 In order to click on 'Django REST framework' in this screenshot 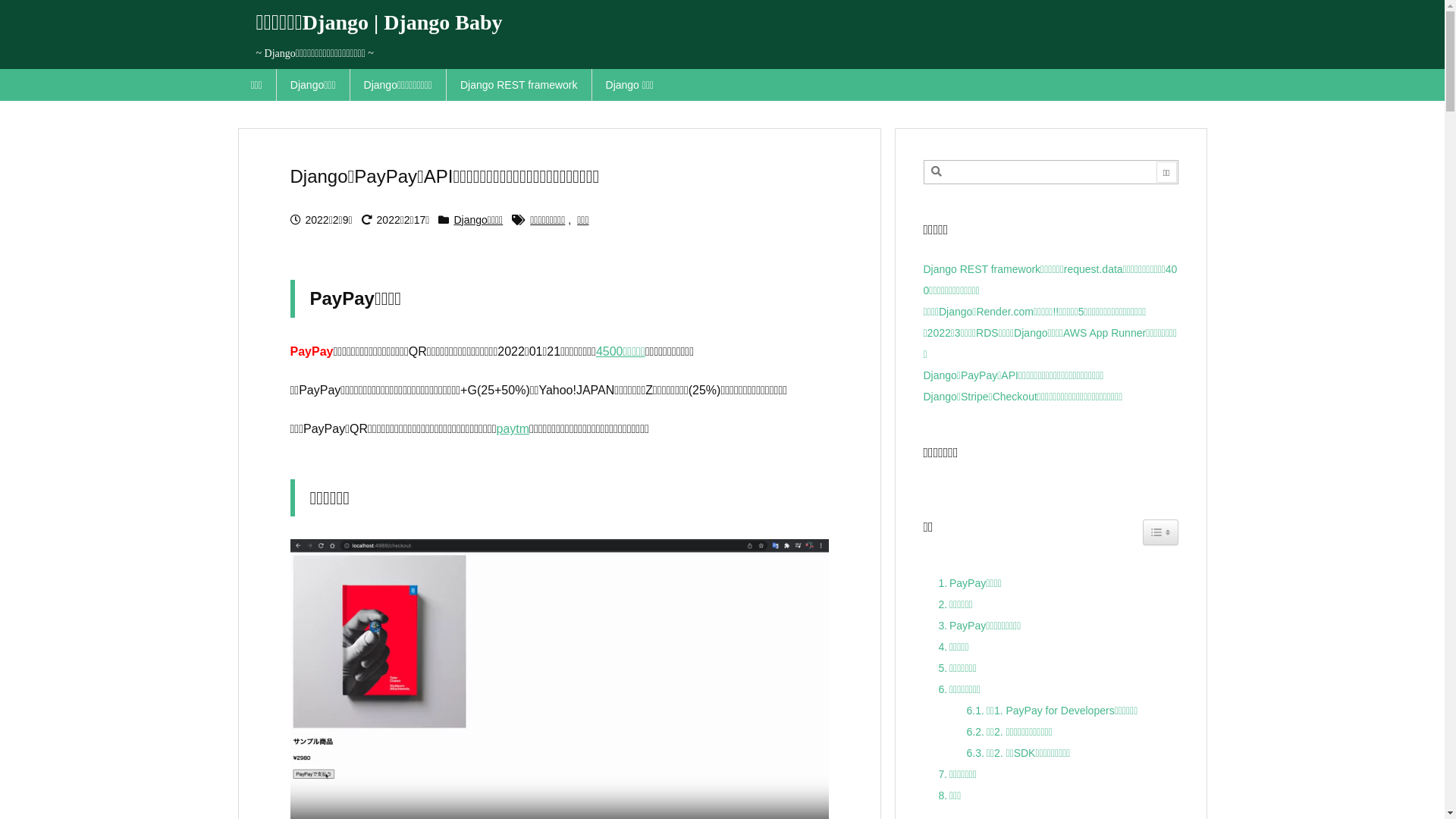, I will do `click(519, 84)`.